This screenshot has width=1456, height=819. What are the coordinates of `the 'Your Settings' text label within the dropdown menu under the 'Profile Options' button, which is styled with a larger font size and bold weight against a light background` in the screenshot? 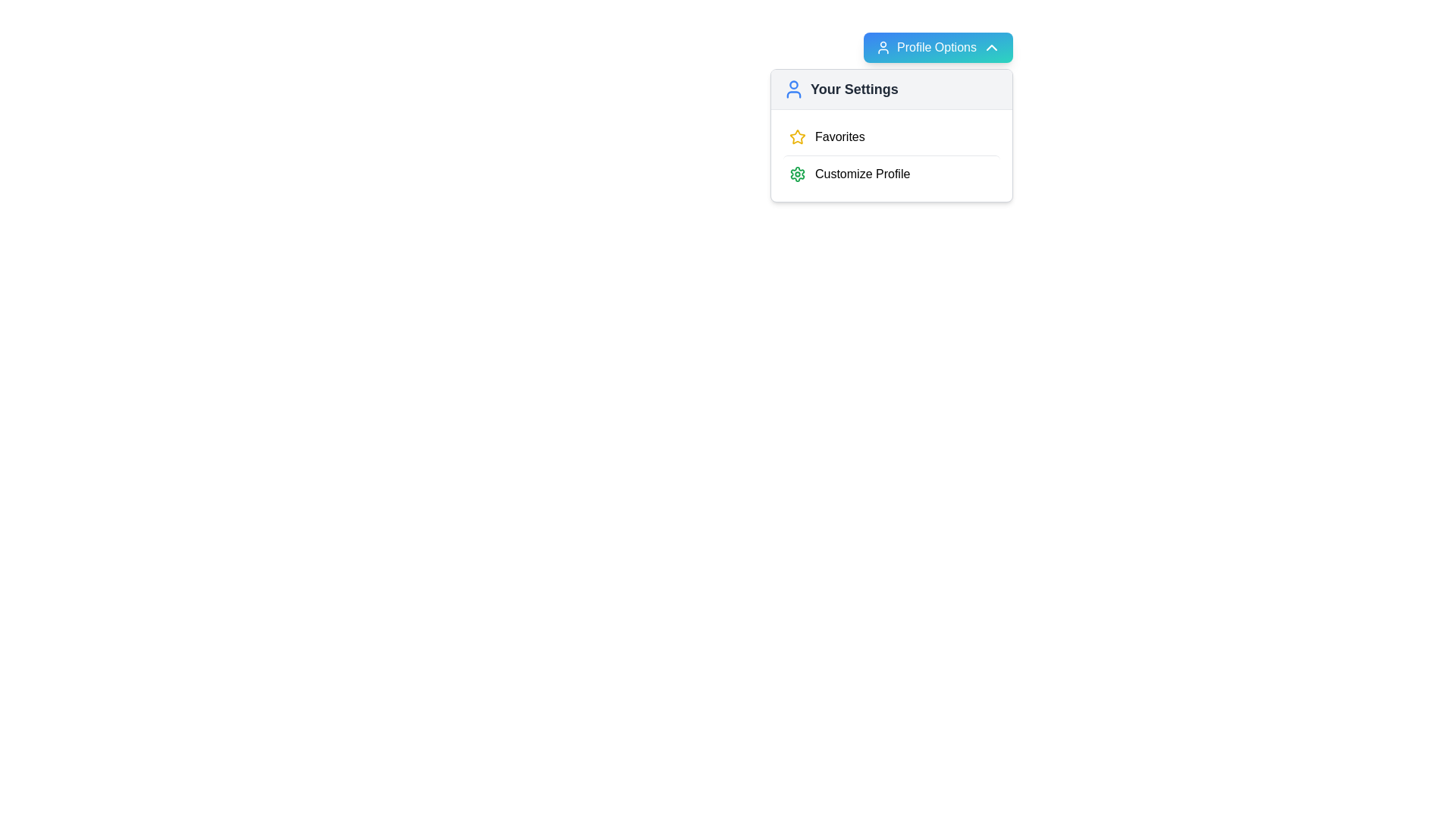 It's located at (854, 89).